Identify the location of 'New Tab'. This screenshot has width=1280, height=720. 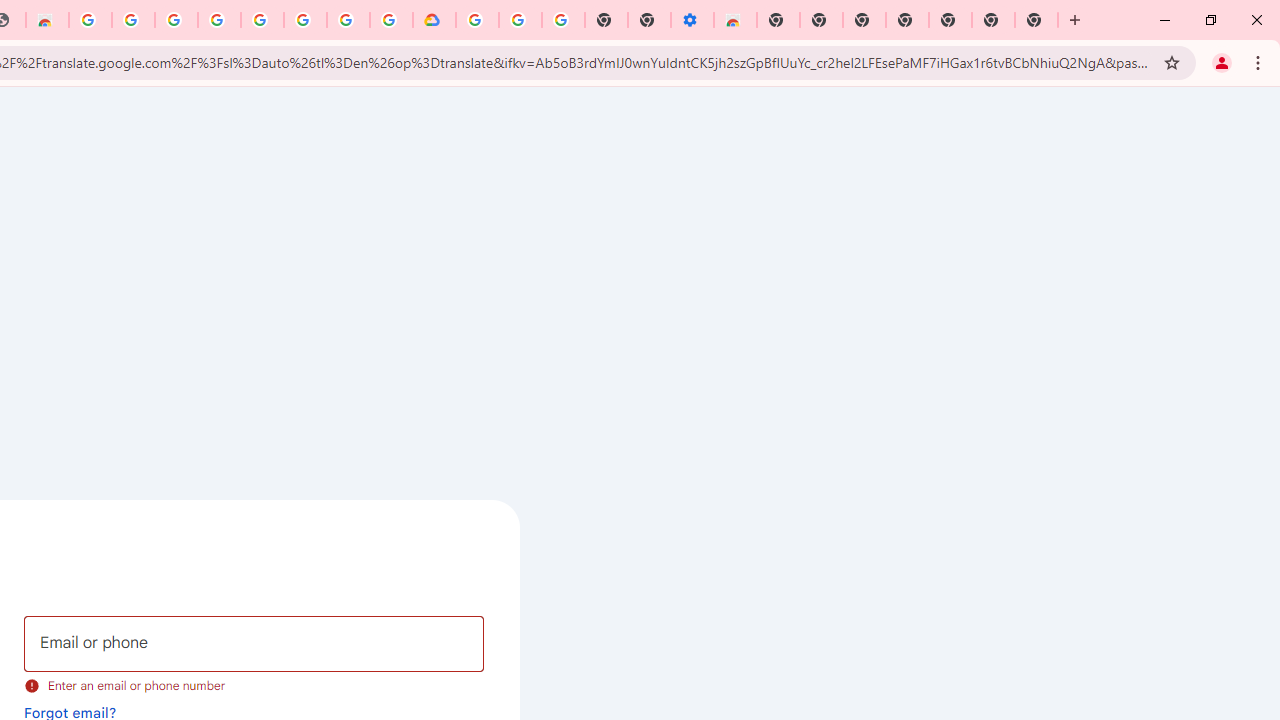
(1036, 20).